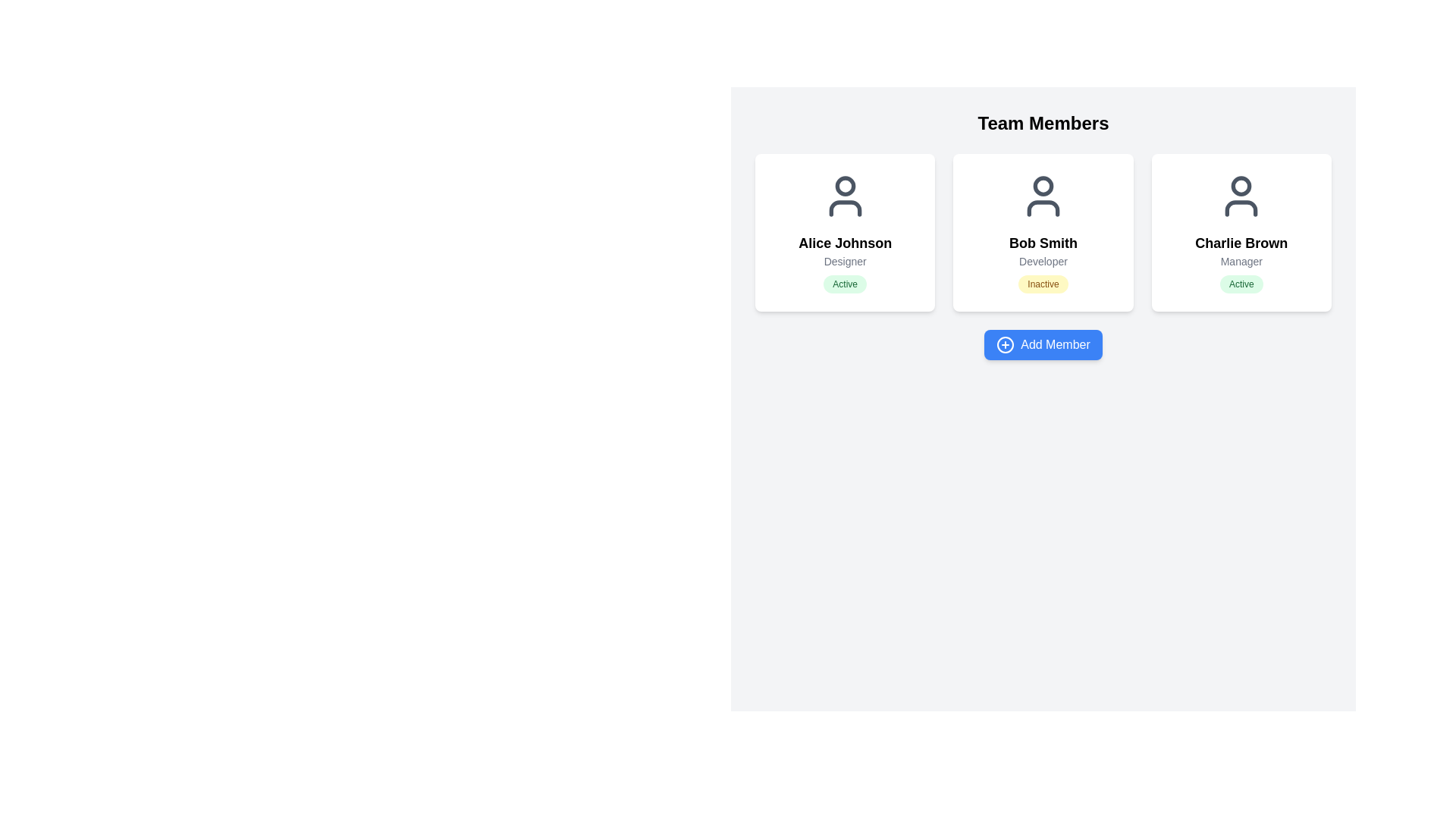 The height and width of the screenshot is (819, 1456). What do you see at coordinates (1241, 260) in the screenshot?
I see `the text label that identifies Charlie Brown as 'Manager', which is located under the text 'Charlie Brown' and above the status indicator 'Active'` at bounding box center [1241, 260].